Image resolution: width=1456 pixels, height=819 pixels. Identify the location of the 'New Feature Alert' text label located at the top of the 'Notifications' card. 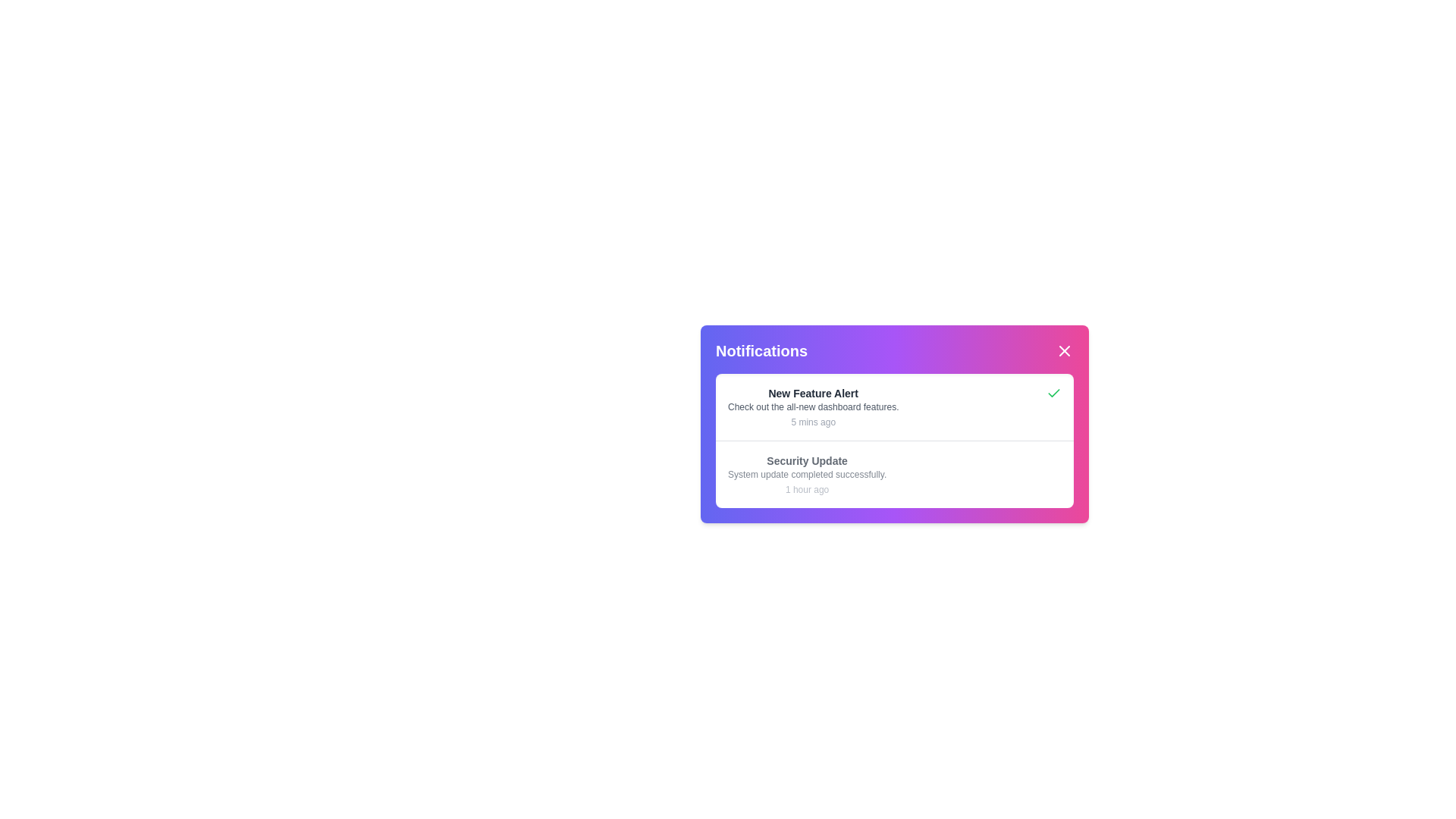
(812, 393).